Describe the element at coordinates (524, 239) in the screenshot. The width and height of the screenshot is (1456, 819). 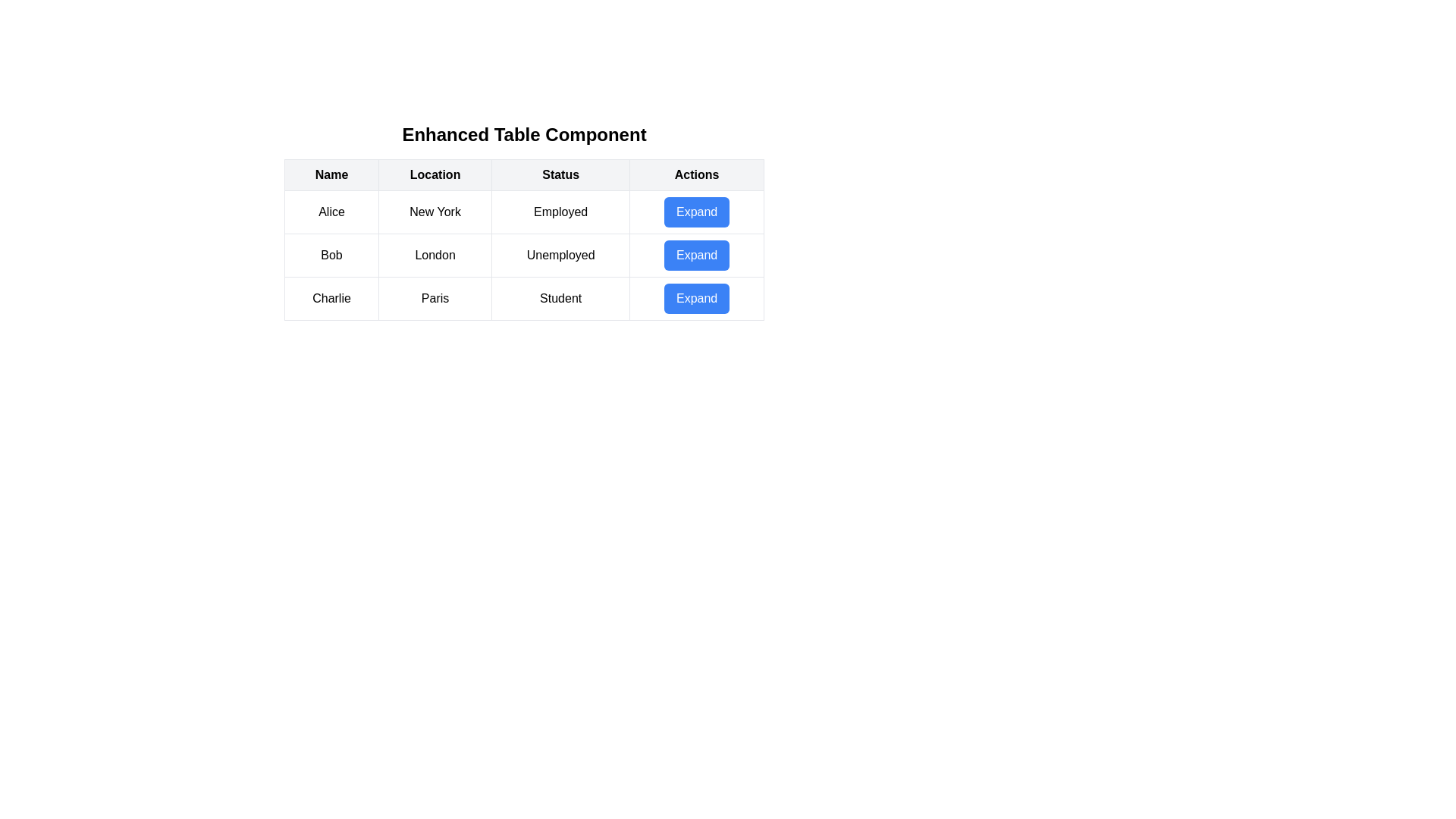
I see `the table cell displaying the employment status of 'Bob' in the second row under the 'Status' column` at that location.